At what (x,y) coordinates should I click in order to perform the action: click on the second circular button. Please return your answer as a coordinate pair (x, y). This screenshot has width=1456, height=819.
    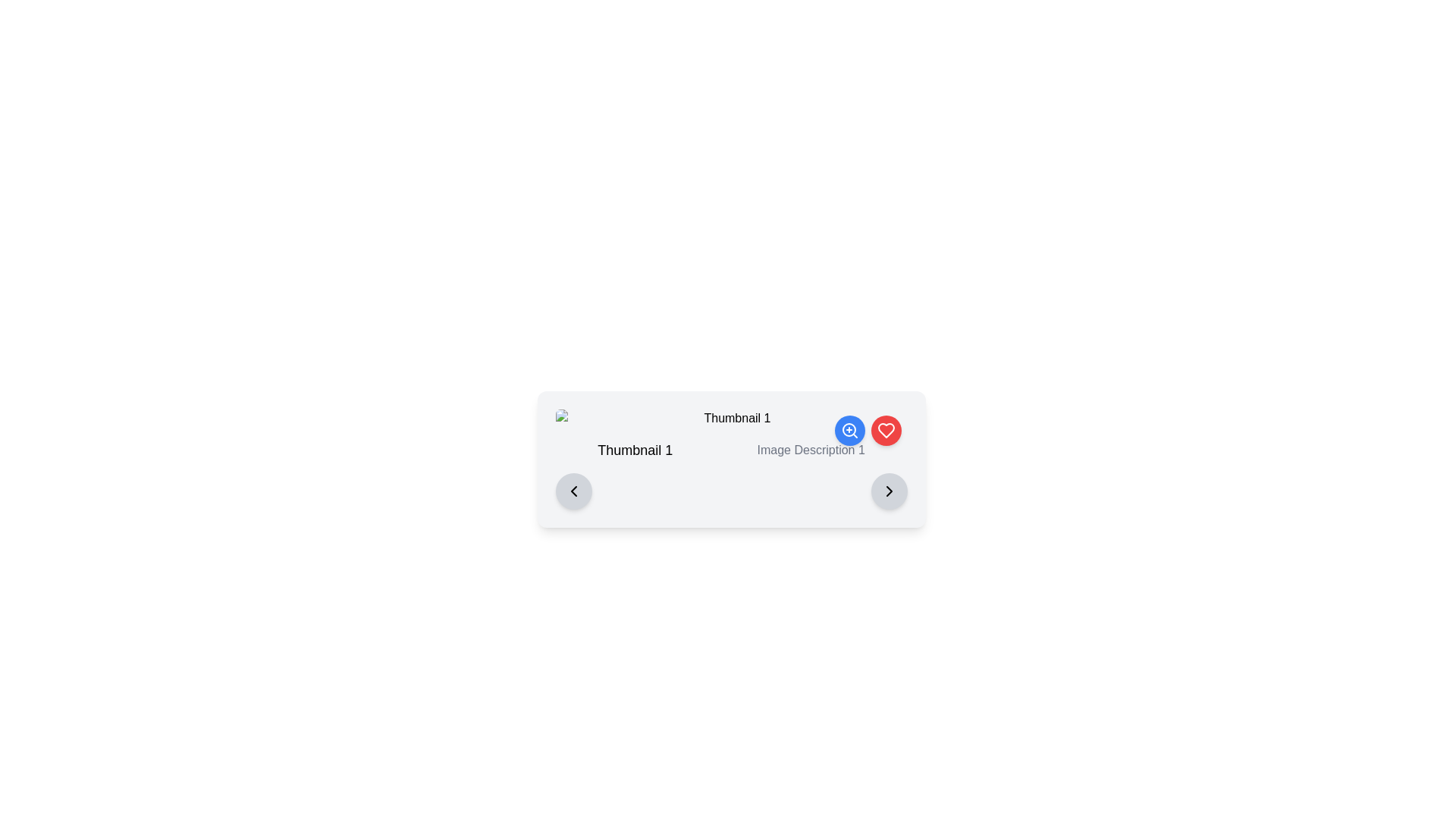
    Looking at the image, I should click on (886, 430).